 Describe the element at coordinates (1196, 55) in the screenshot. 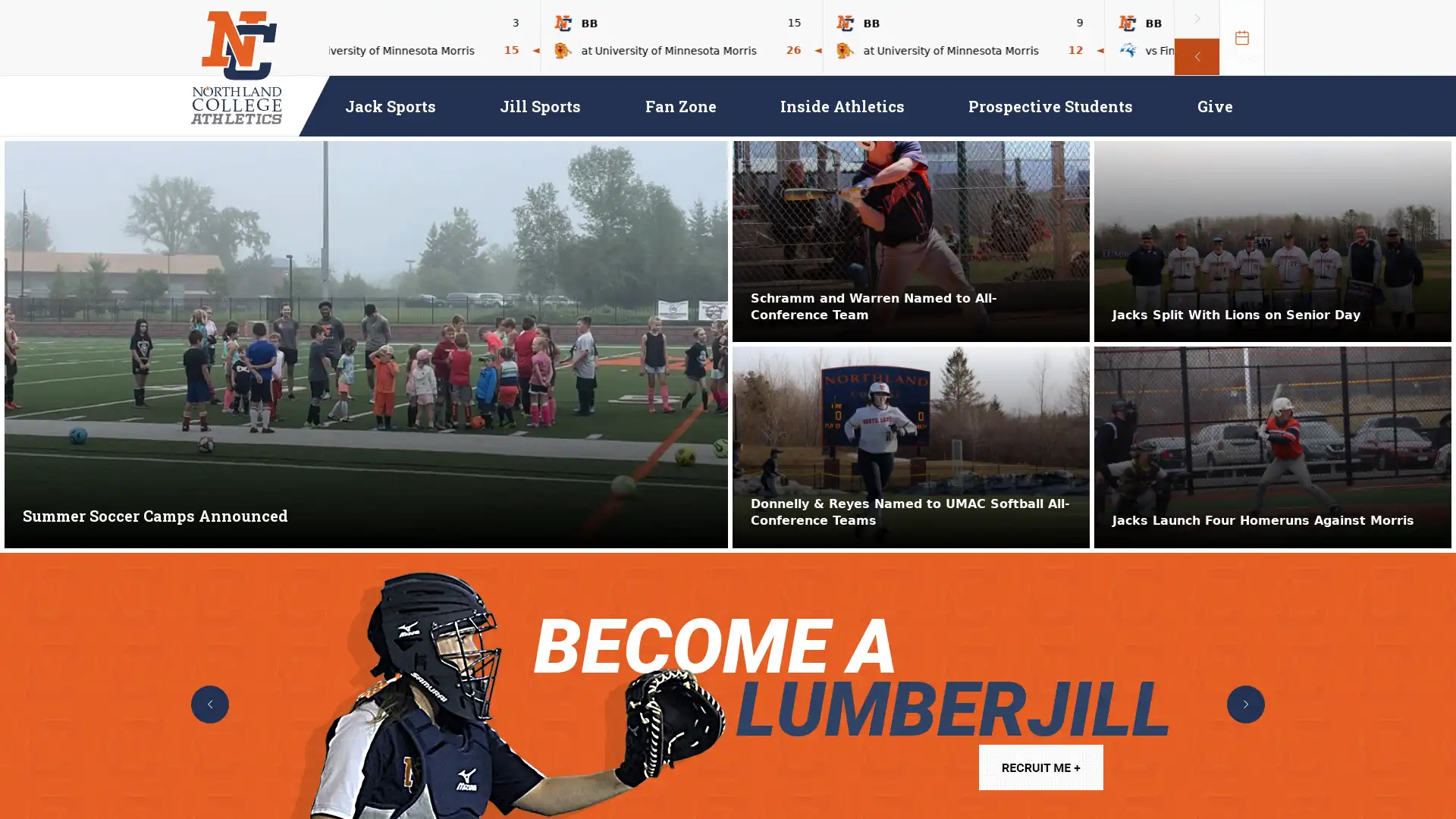

I see `previous` at that location.